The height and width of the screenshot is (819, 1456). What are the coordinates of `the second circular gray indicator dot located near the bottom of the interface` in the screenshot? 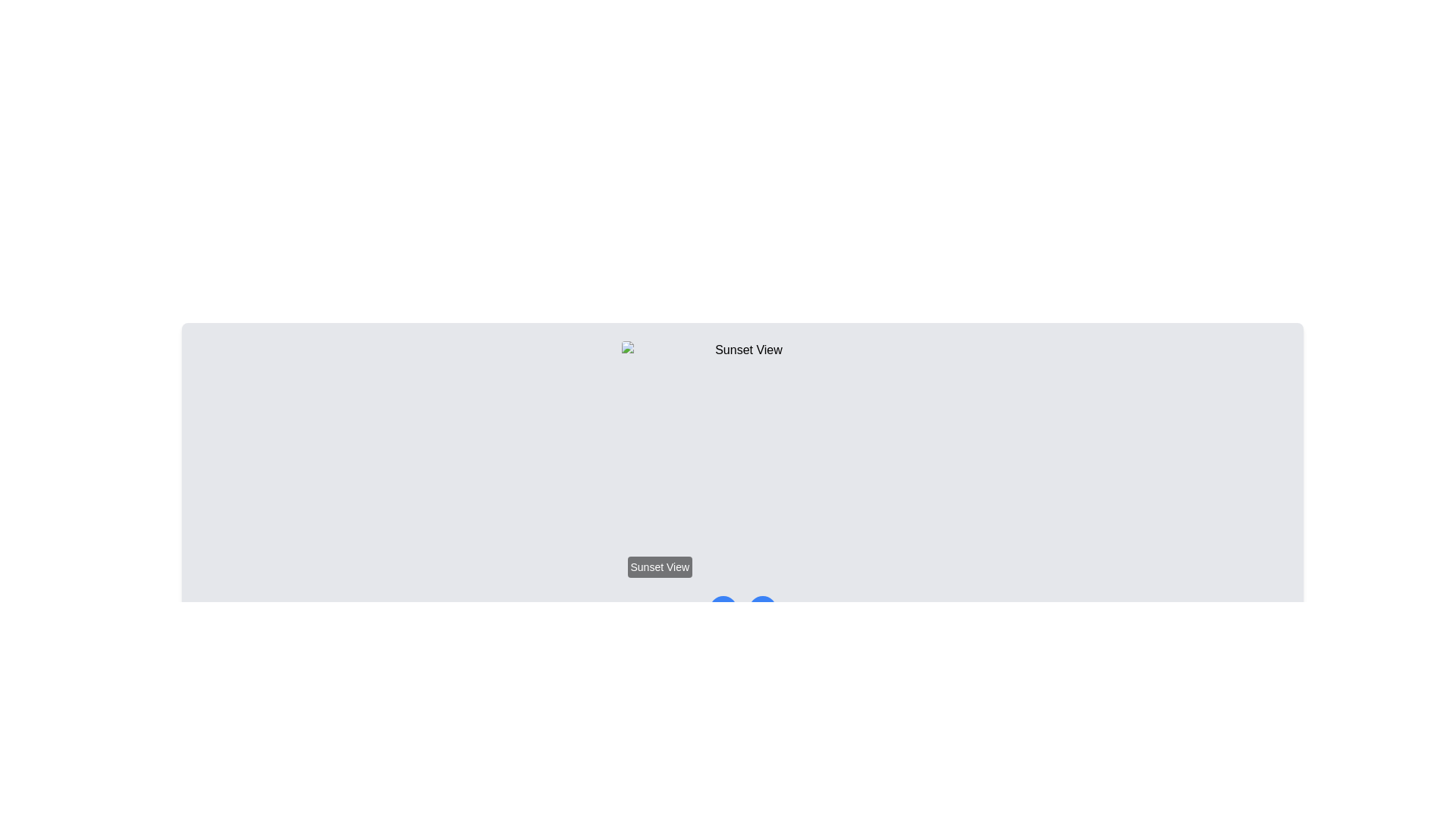 It's located at (742, 640).